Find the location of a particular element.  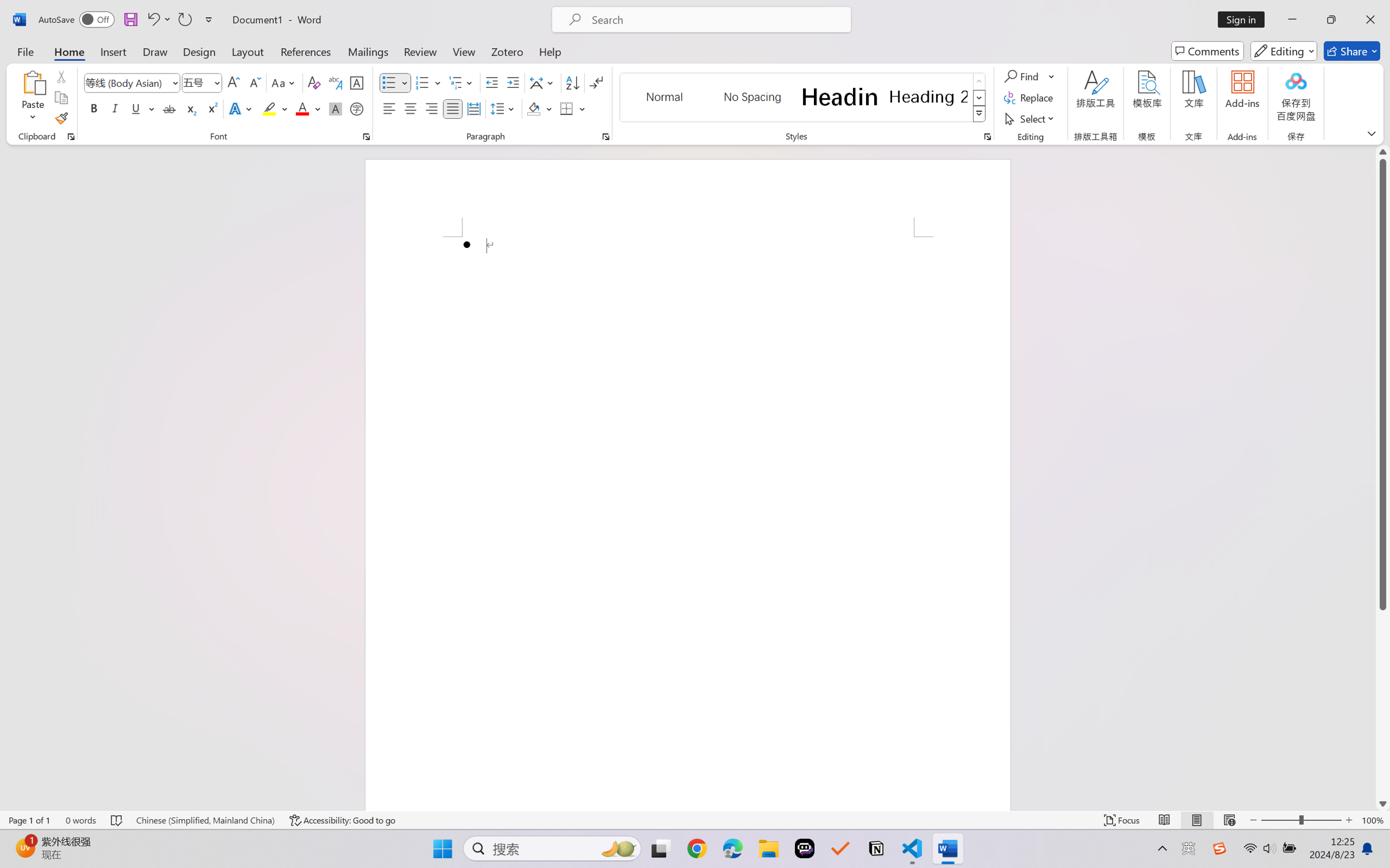

'Language Chinese (Simplified, Mainland China)' is located at coordinates (204, 820).